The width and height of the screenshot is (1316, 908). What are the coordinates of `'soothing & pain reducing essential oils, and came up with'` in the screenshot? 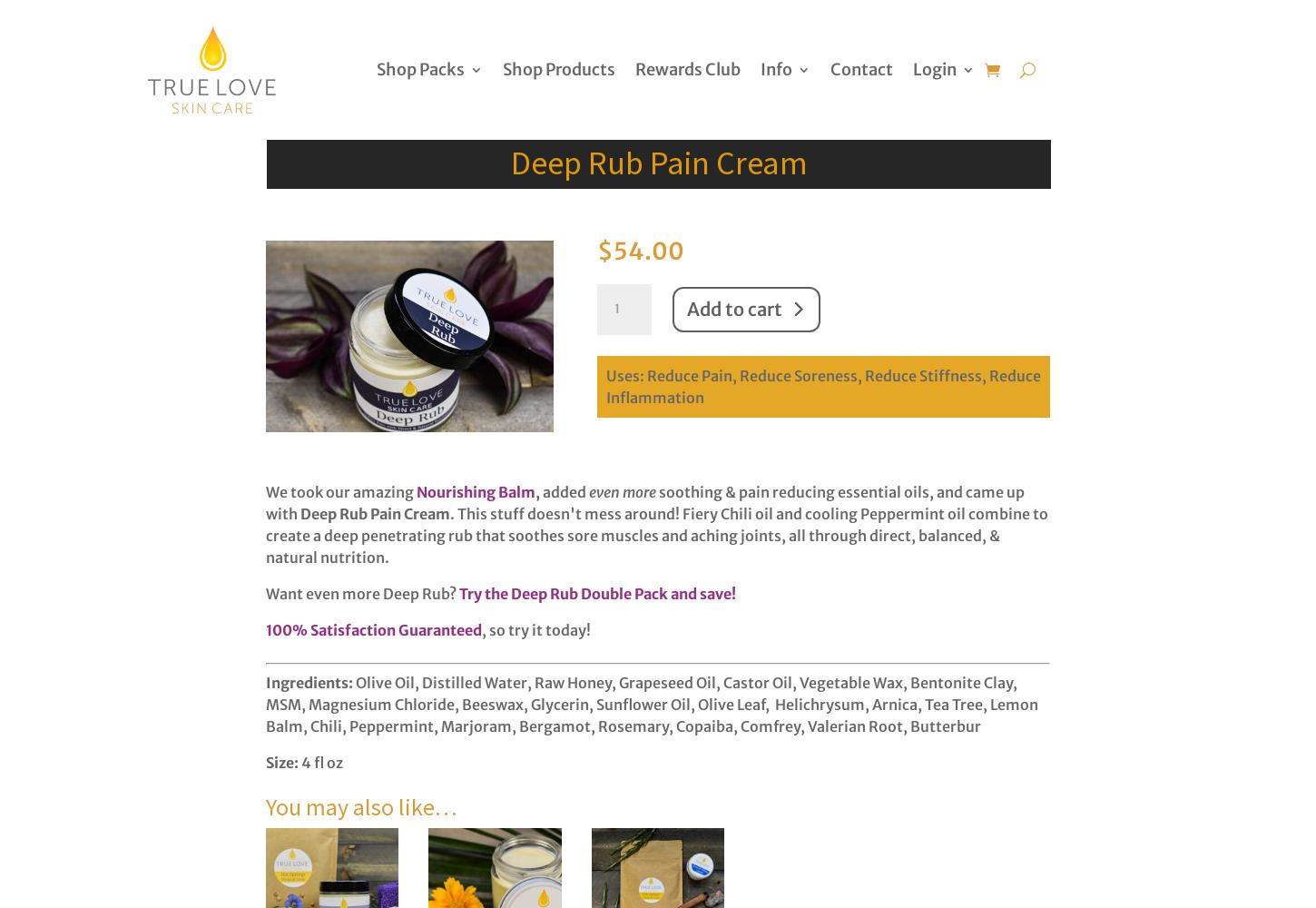 It's located at (643, 503).